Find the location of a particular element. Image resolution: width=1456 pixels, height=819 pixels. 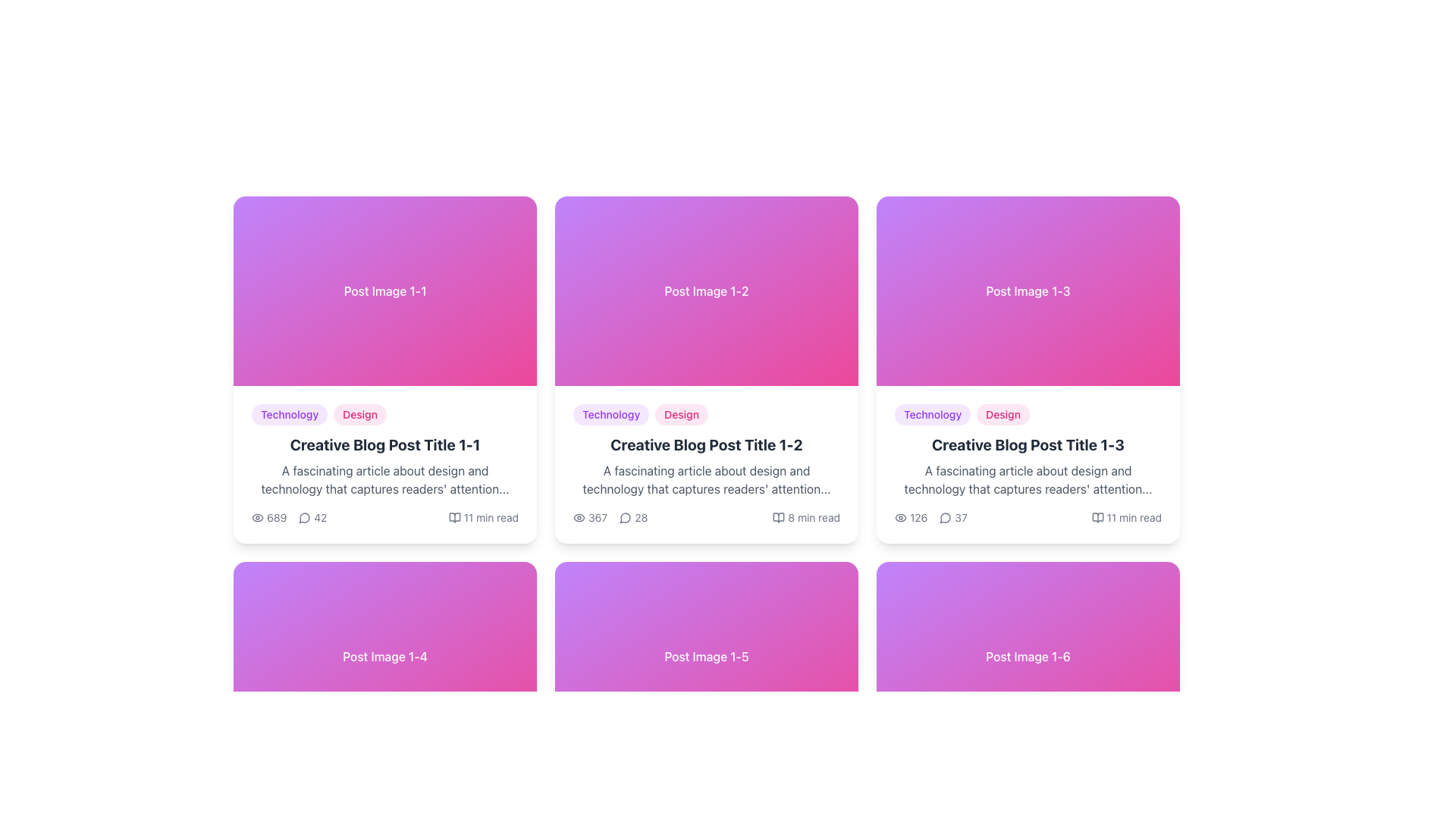

the rounded rectangular label with a light purple background and purple text that reads 'Technology', located within the post card labeled 'Creative Blog Post Title 1-3' is located at coordinates (932, 415).